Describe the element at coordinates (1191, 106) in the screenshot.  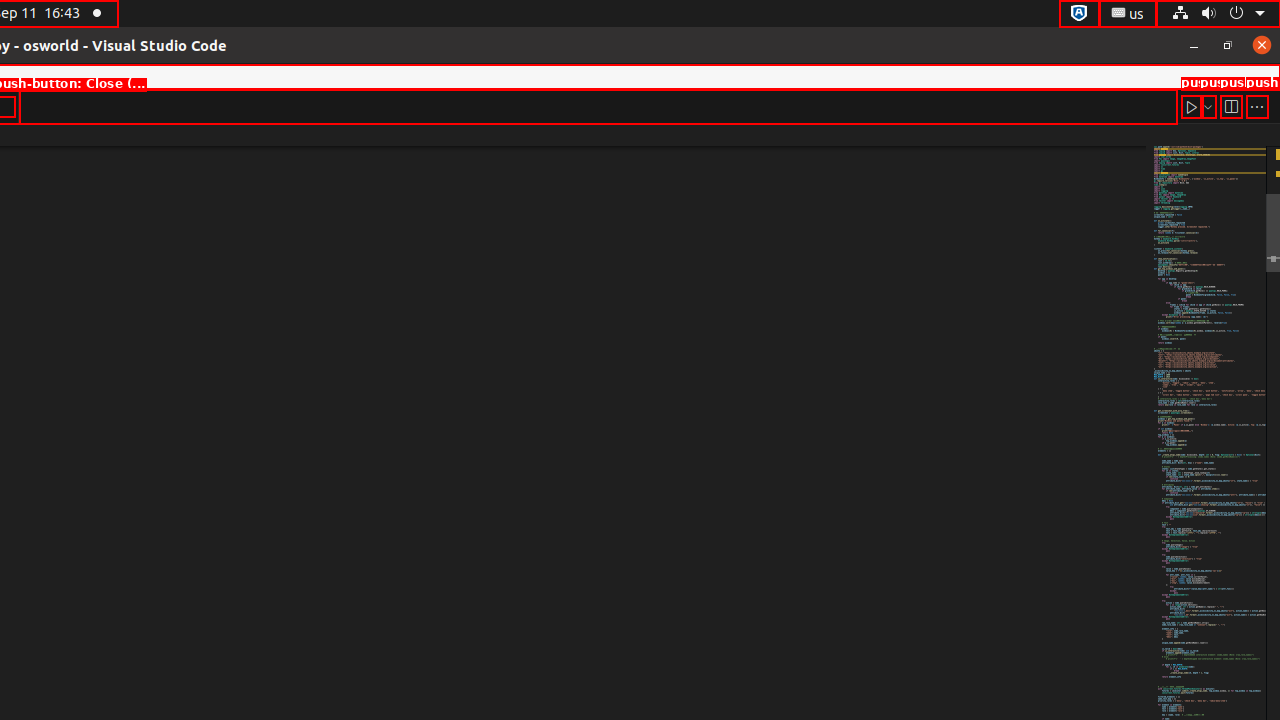
I see `'Run Python File'` at that location.